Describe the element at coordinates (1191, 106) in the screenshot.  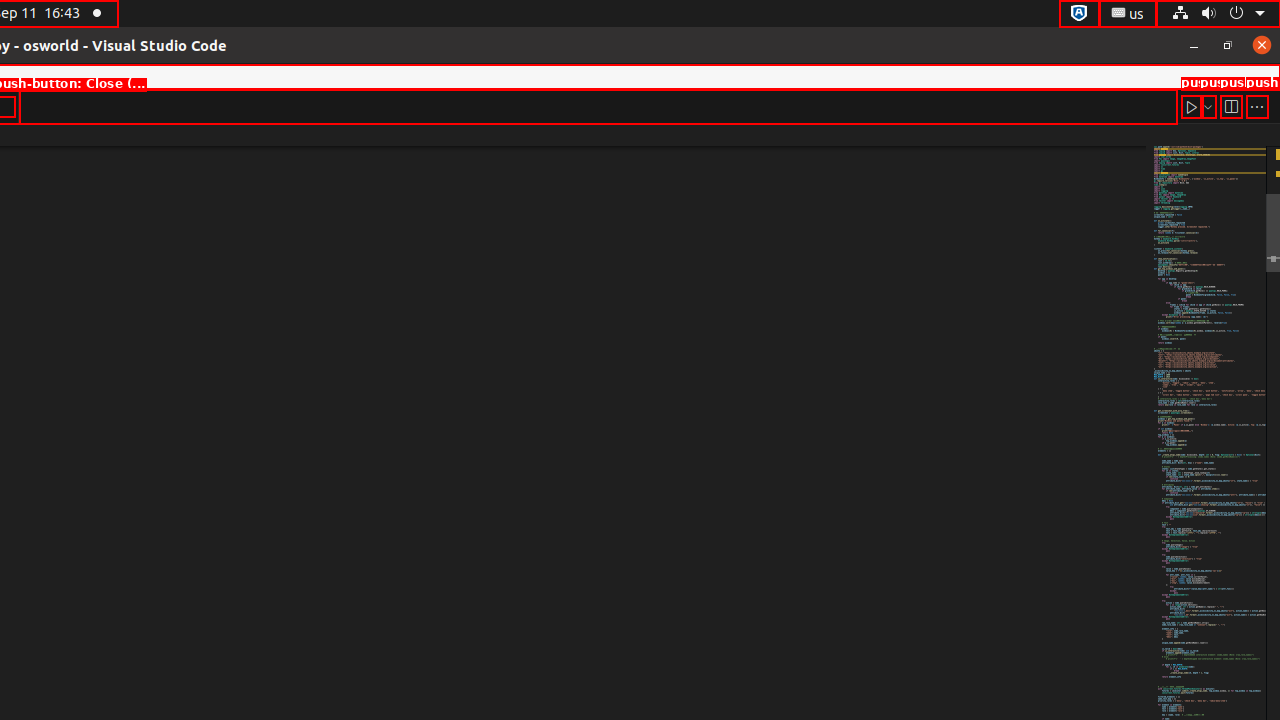
I see `'Run Python File'` at that location.